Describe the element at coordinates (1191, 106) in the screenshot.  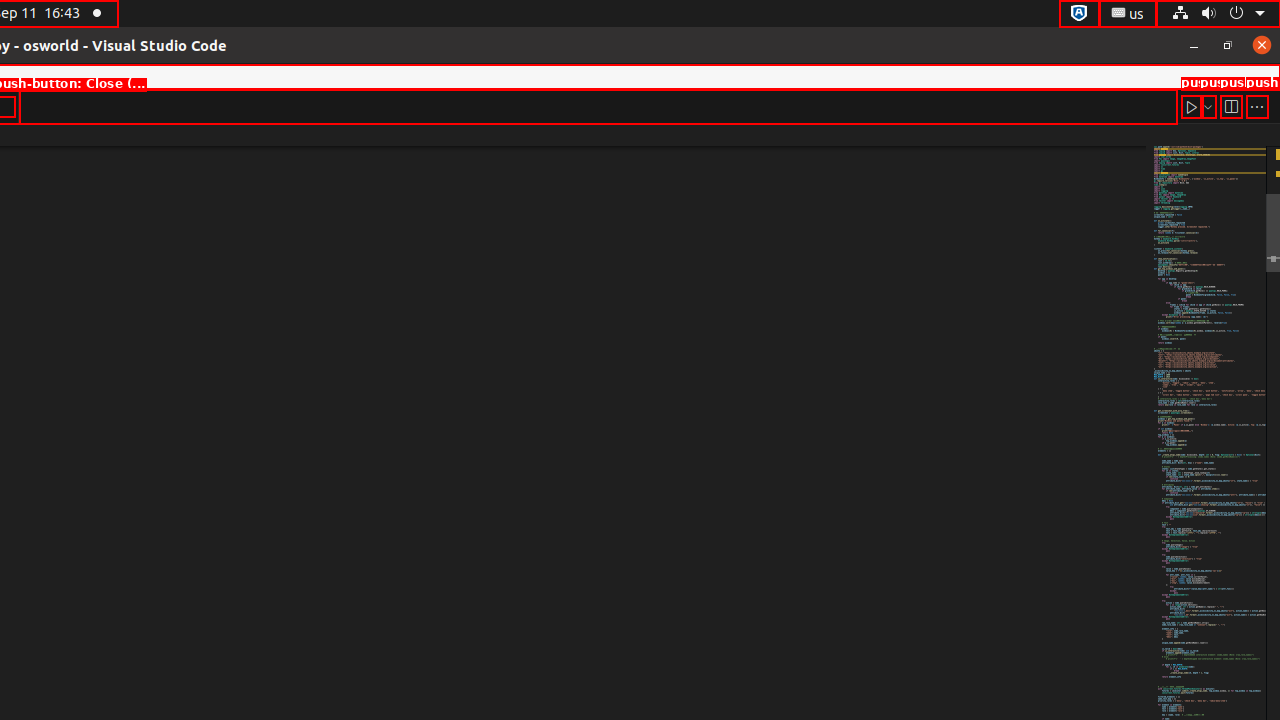
I see `'Run Python File'` at that location.